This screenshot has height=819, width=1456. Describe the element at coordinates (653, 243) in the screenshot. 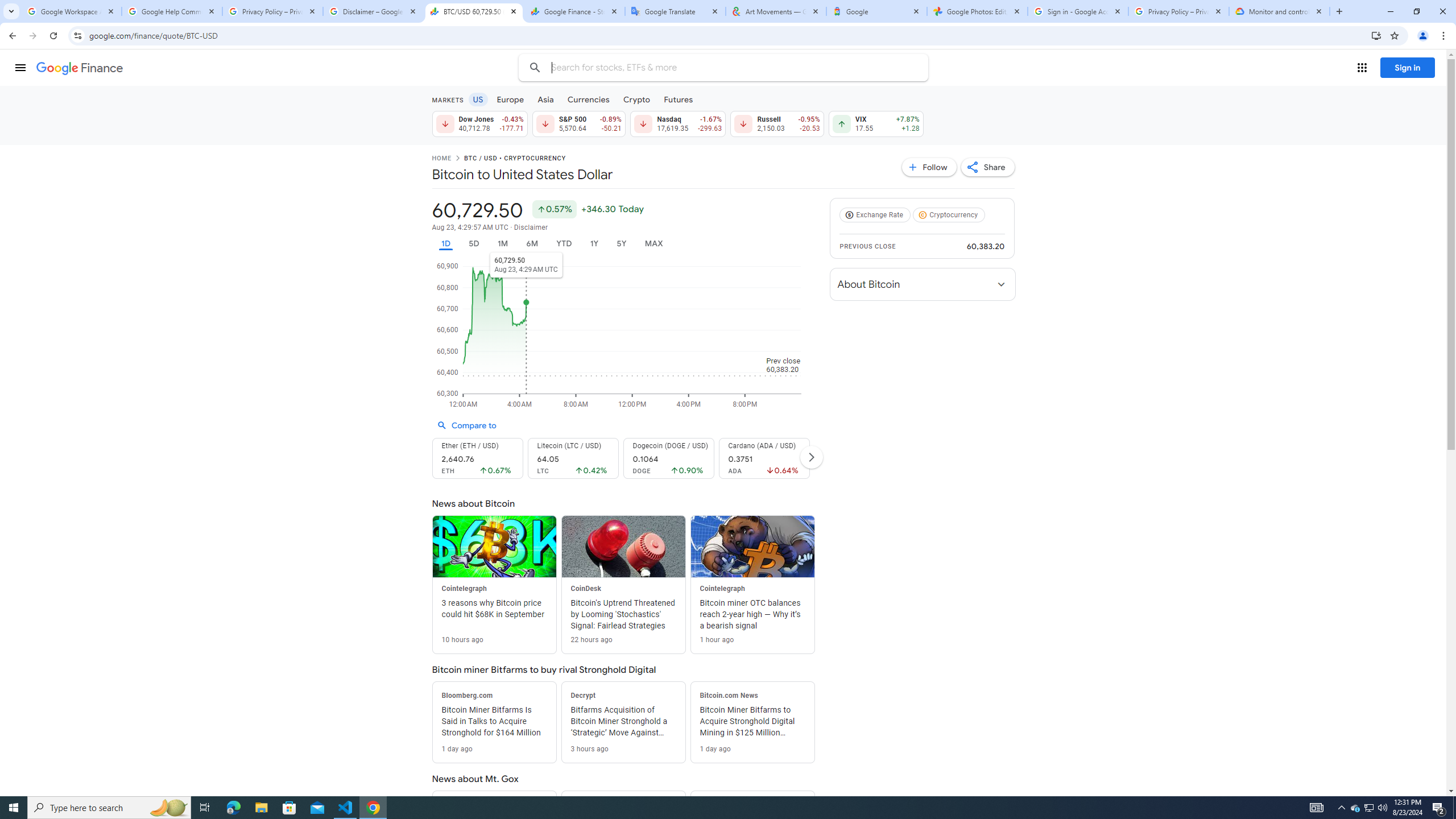

I see `'MAX'` at that location.